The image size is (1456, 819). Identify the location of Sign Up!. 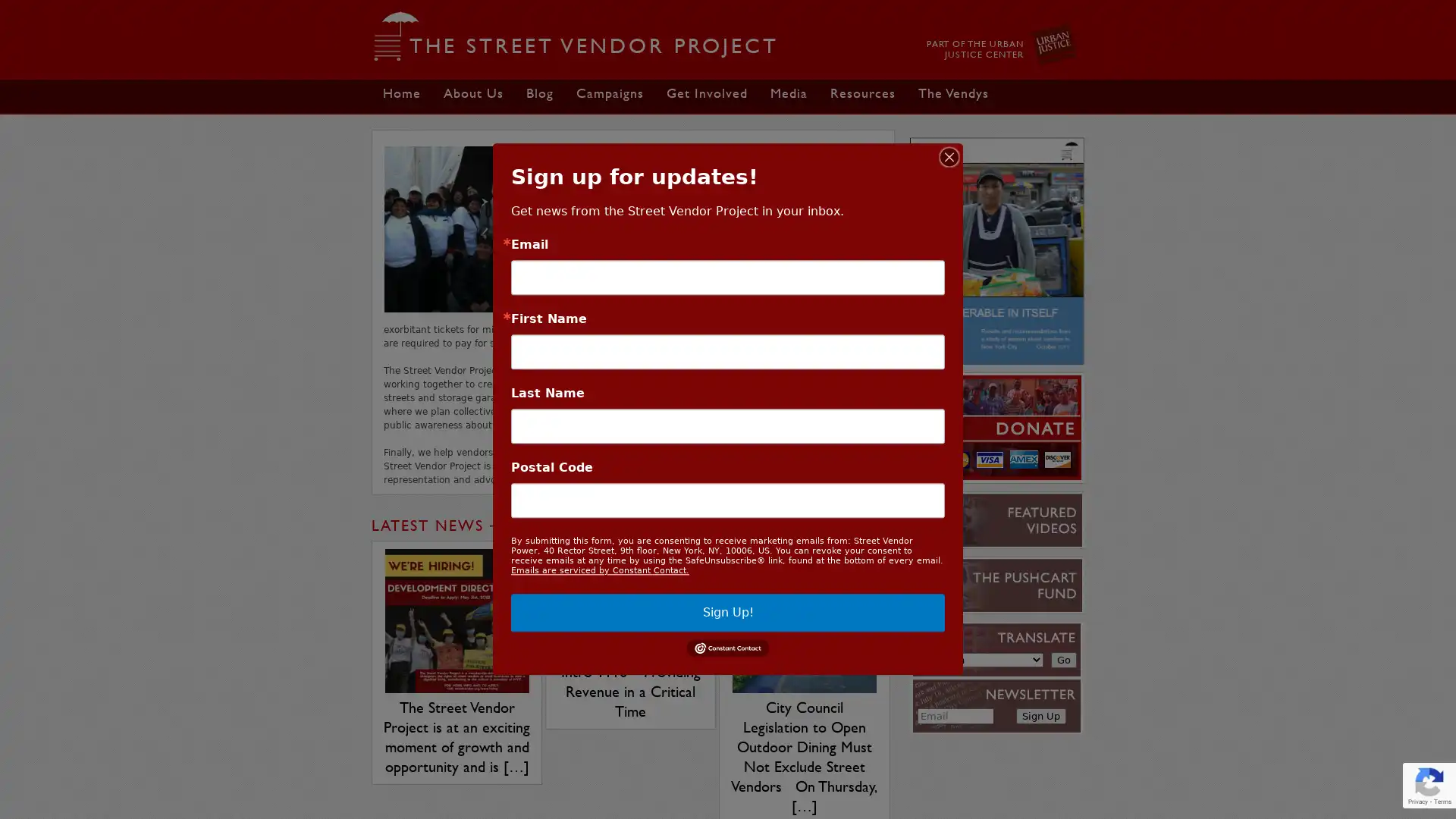
(728, 611).